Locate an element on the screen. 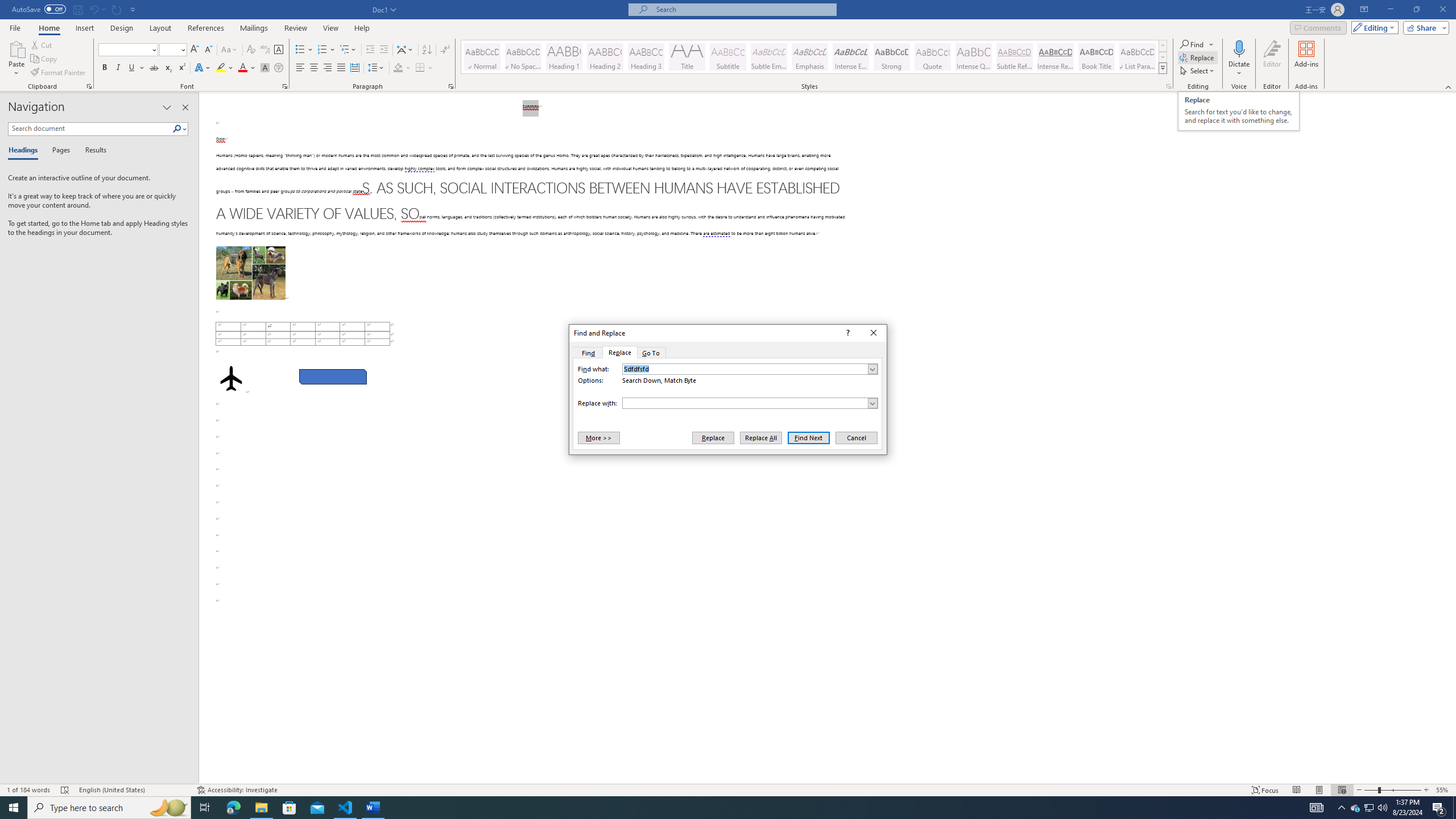  'Styles...' is located at coordinates (1168, 85).